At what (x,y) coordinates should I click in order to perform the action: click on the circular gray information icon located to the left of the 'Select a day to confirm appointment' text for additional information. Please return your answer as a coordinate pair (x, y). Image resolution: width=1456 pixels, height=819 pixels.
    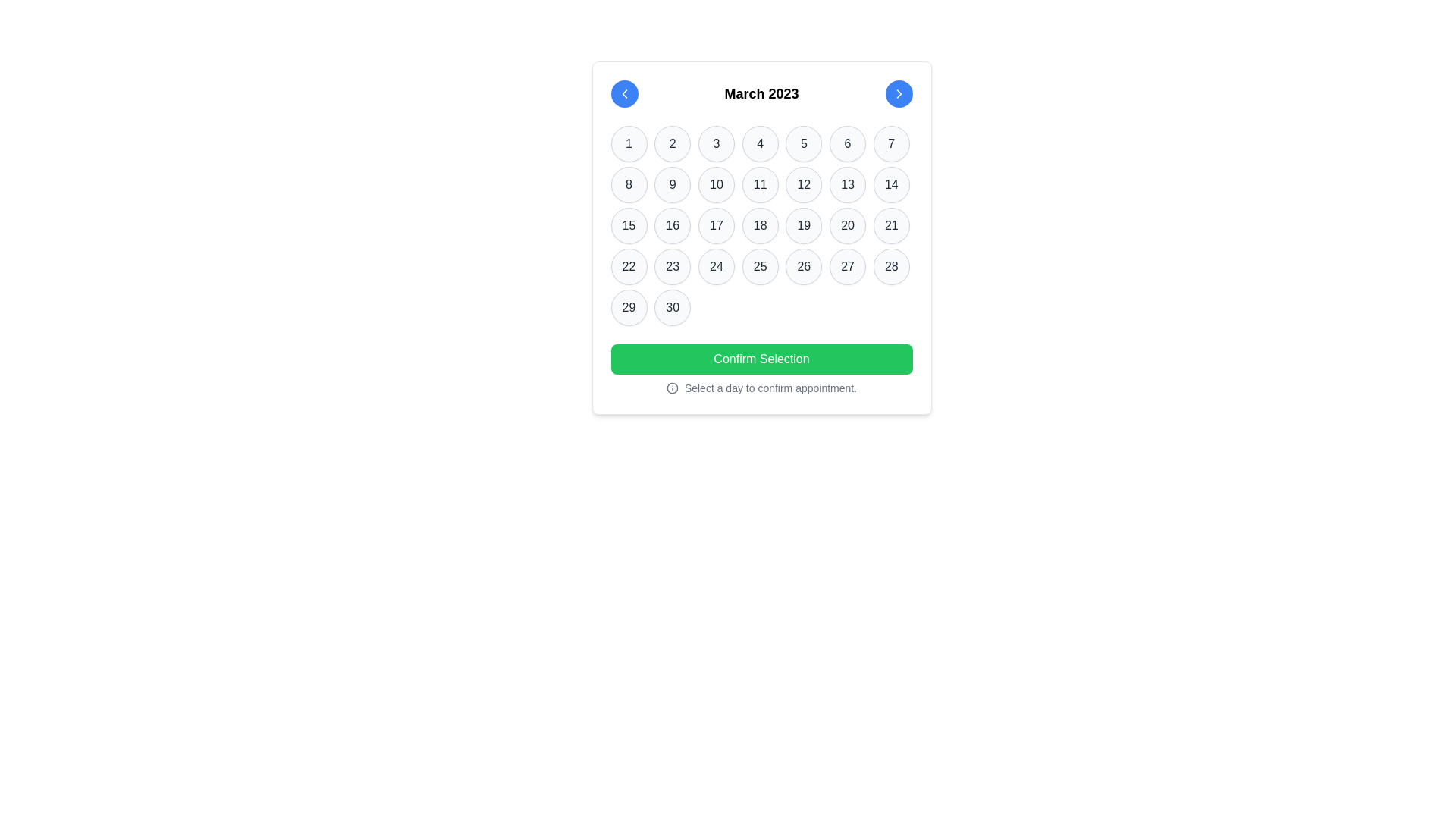
    Looking at the image, I should click on (671, 388).